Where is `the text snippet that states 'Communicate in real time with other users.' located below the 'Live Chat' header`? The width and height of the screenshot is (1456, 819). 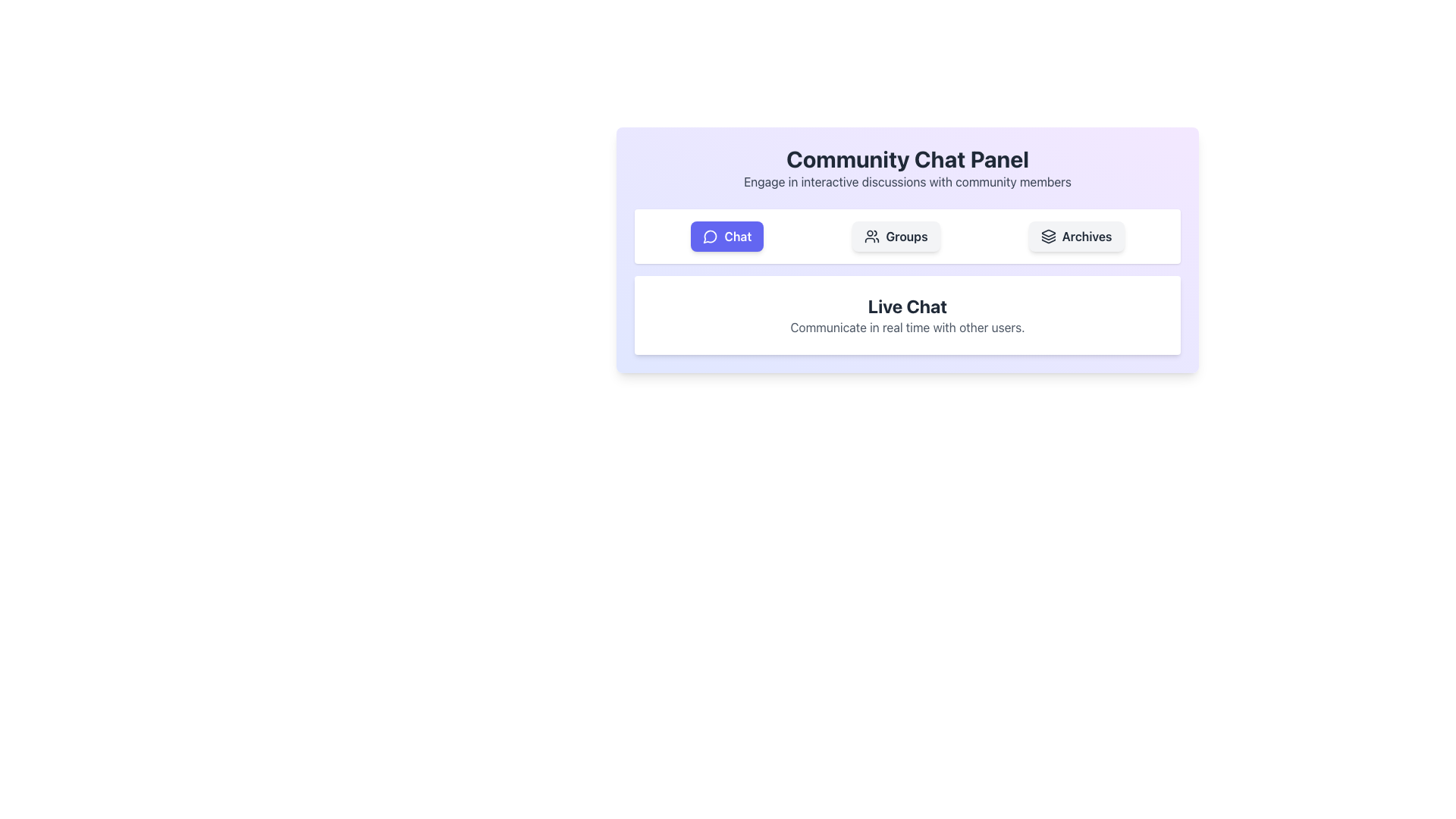
the text snippet that states 'Communicate in real time with other users.' located below the 'Live Chat' header is located at coordinates (907, 327).